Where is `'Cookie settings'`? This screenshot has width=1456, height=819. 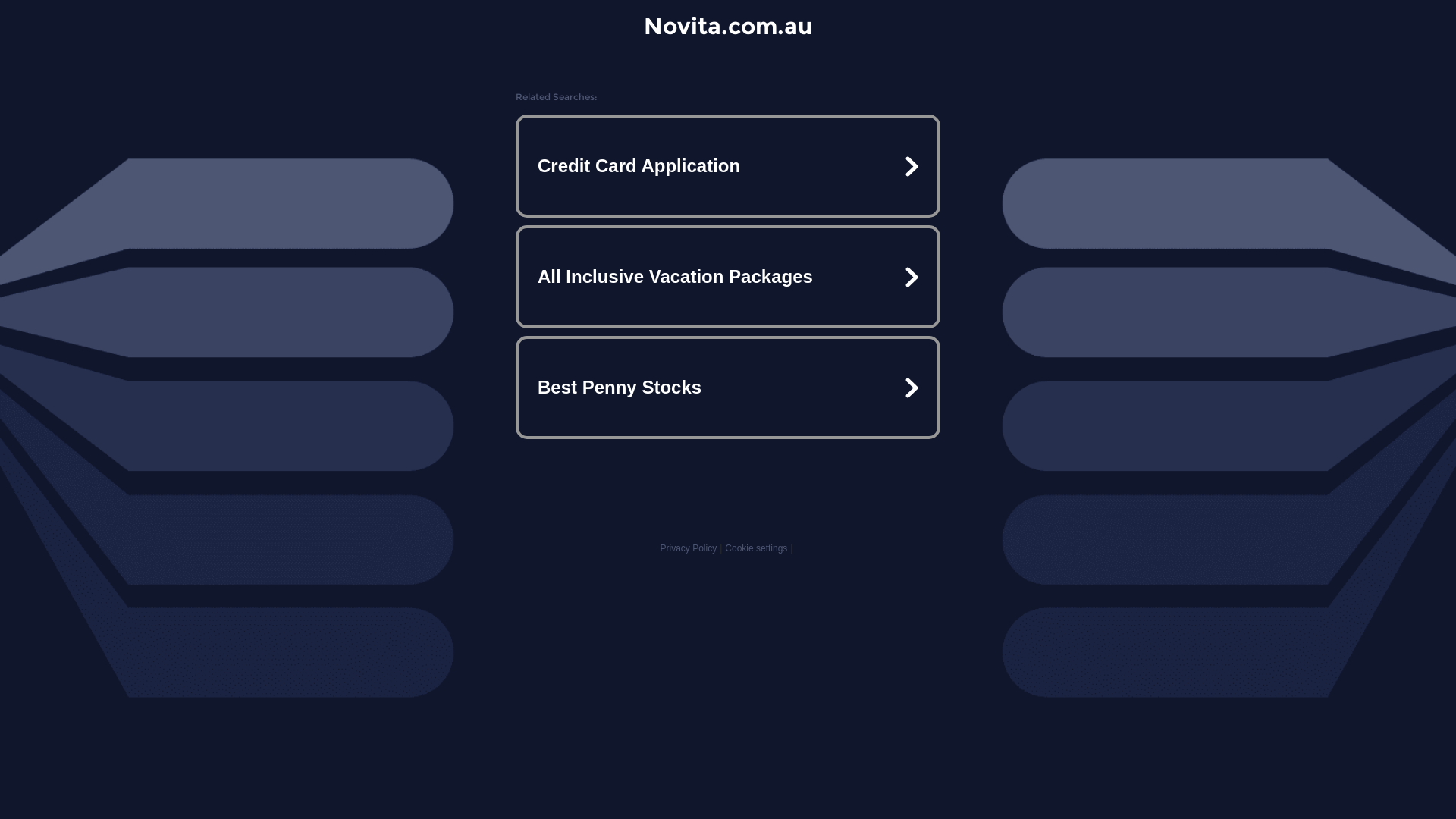
'Cookie settings' is located at coordinates (756, 548).